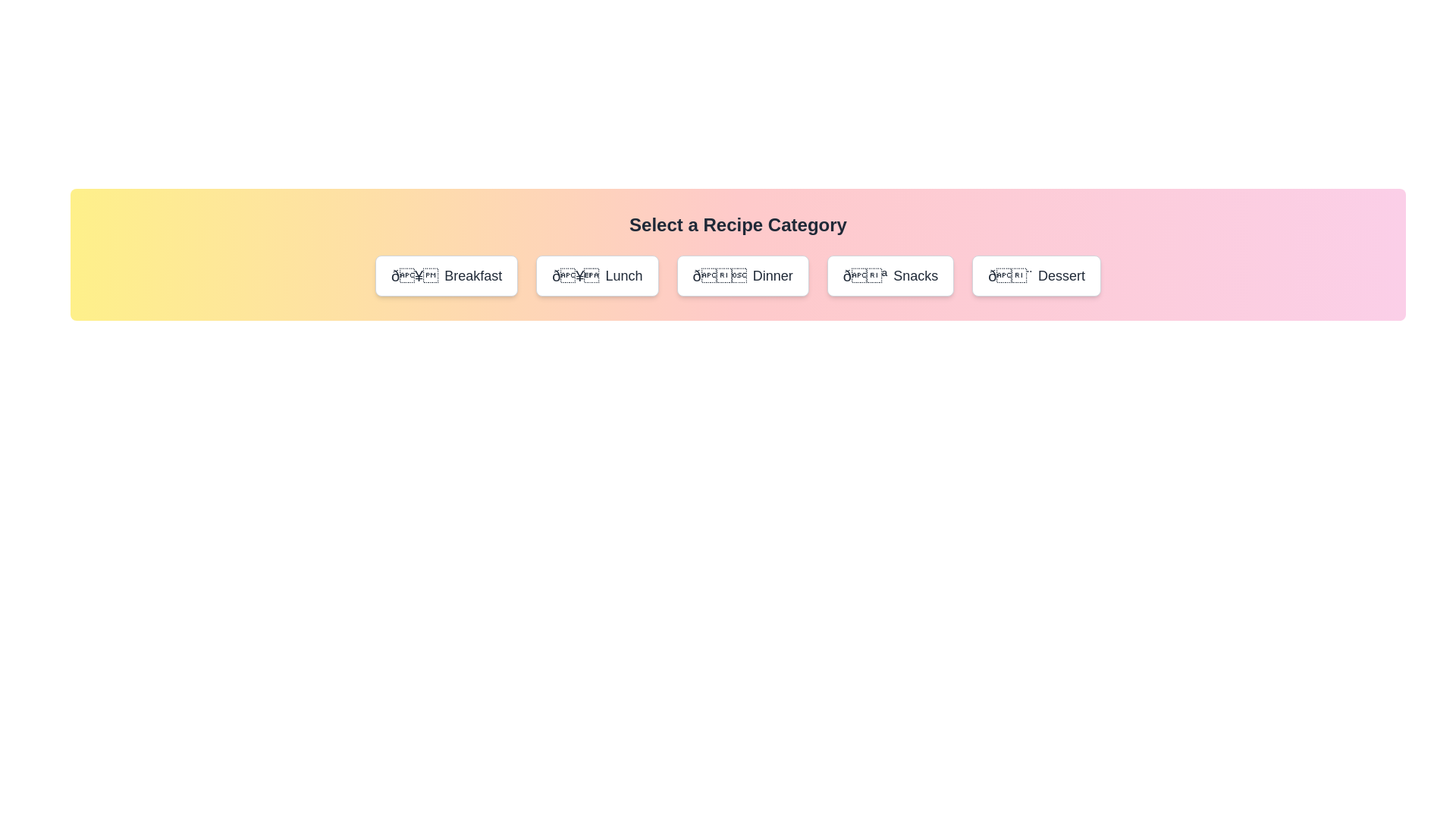  I want to click on the button corresponding to the category Breakfast, so click(446, 275).